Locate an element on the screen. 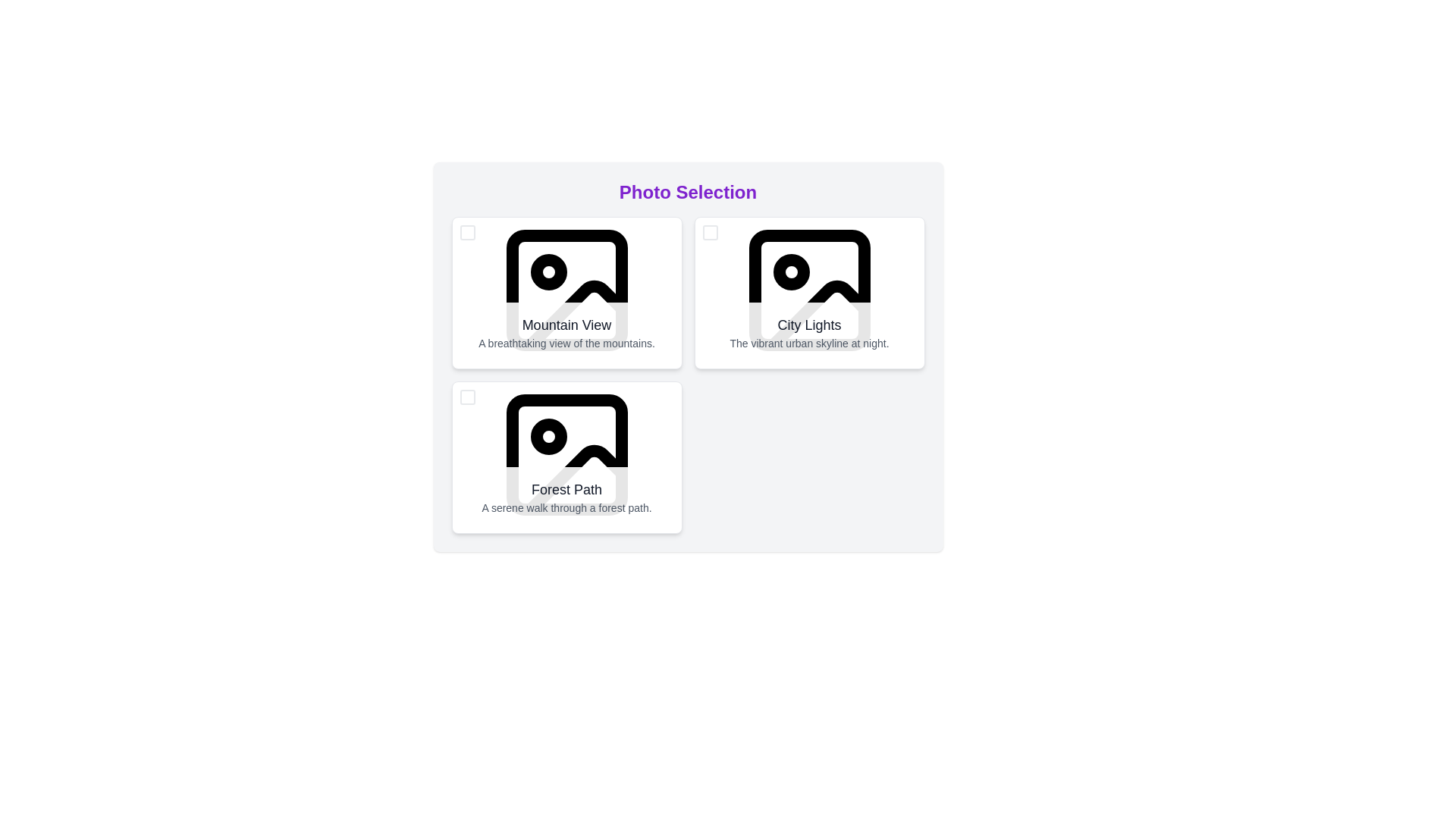 The image size is (1456, 819). the 'Mountain View' card component, which features a white background, rounded corners, and an icon of a mountain landscape at the top is located at coordinates (566, 293).